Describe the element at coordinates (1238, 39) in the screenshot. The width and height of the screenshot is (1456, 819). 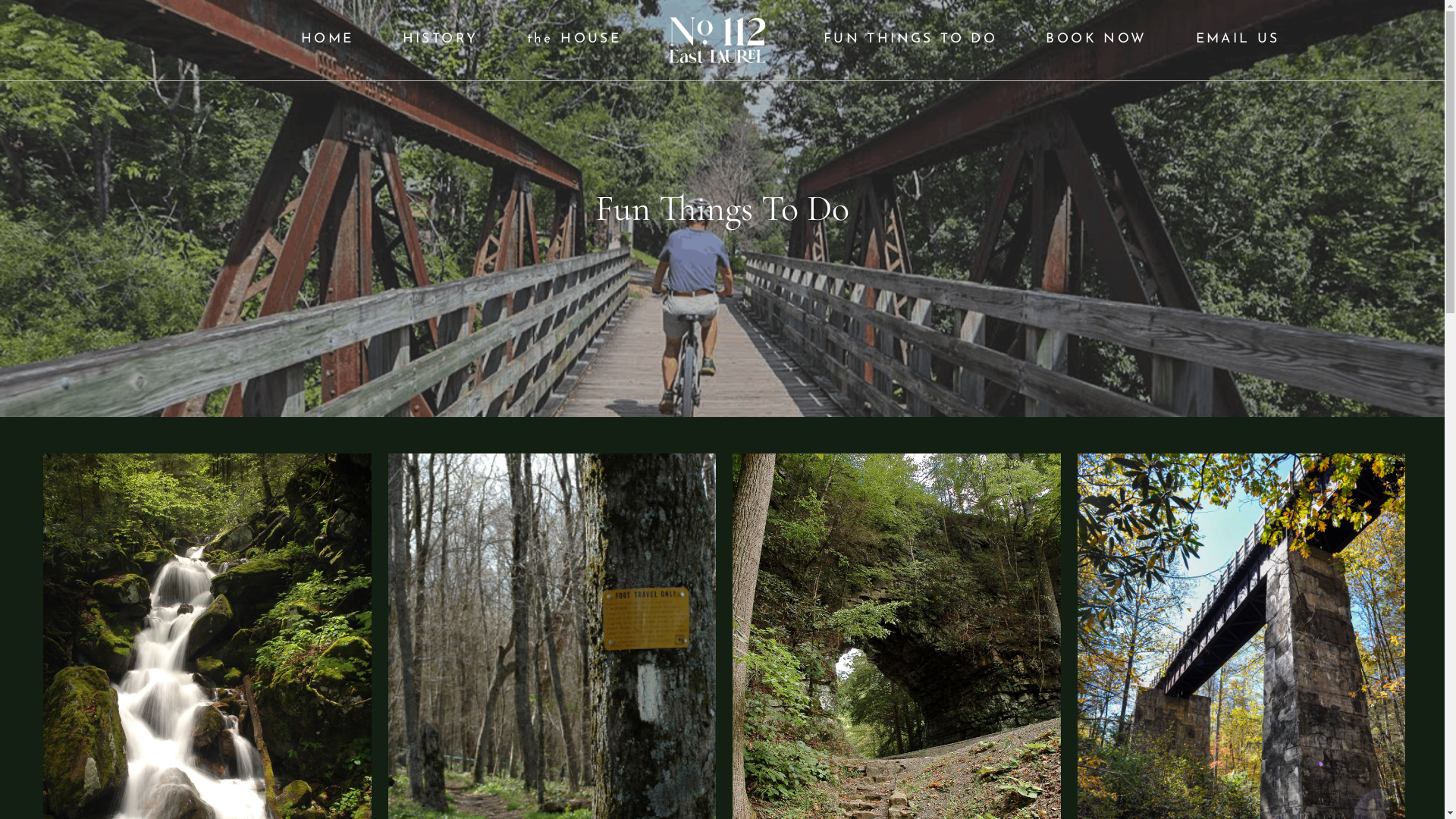
I see `'EMAIL US'` at that location.